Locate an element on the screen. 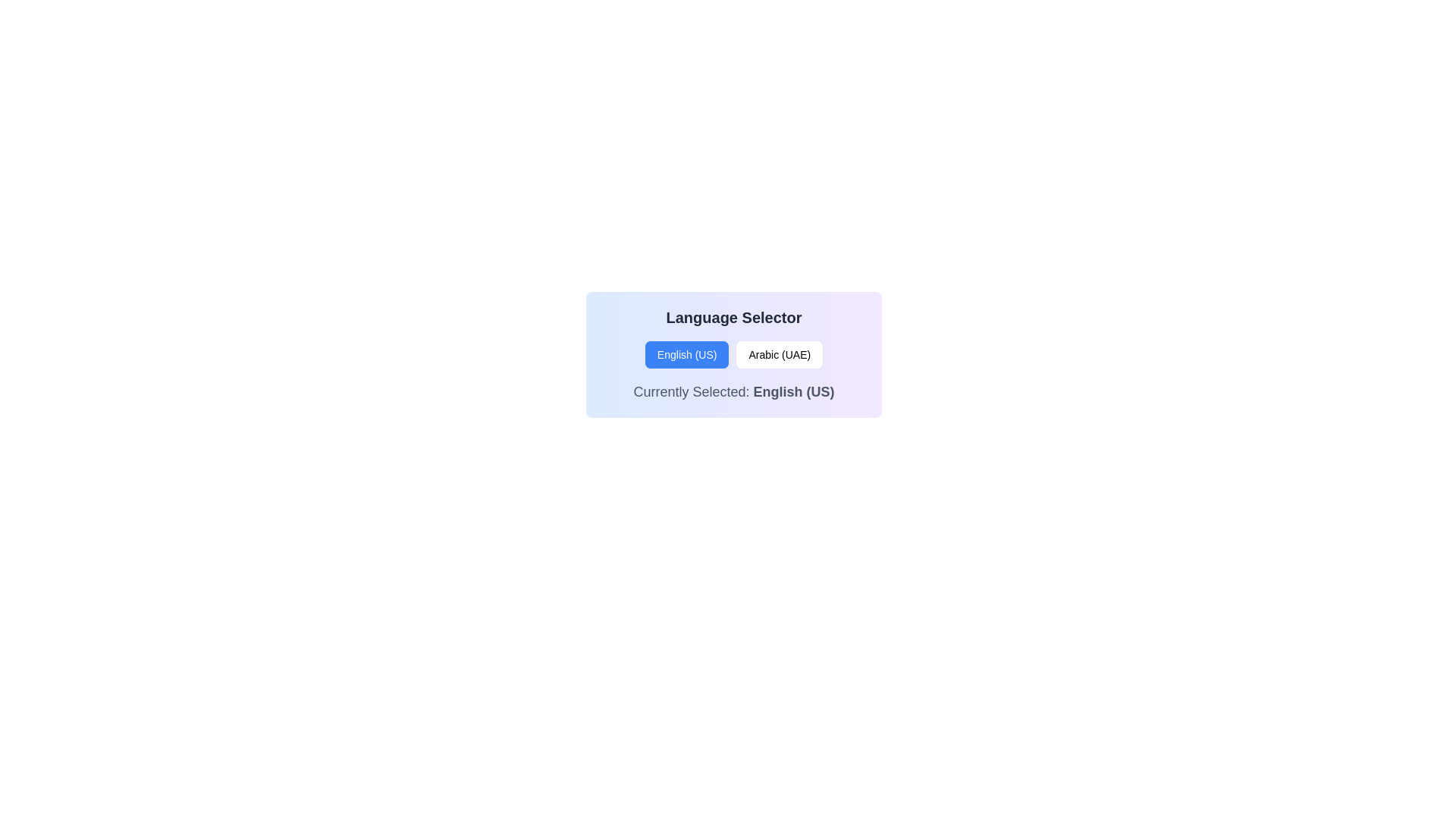  the 'Arabic (UAE)' language selection button, which is the second button in the Language Selector group, located to the right of the 'English (US)' button is located at coordinates (780, 354).